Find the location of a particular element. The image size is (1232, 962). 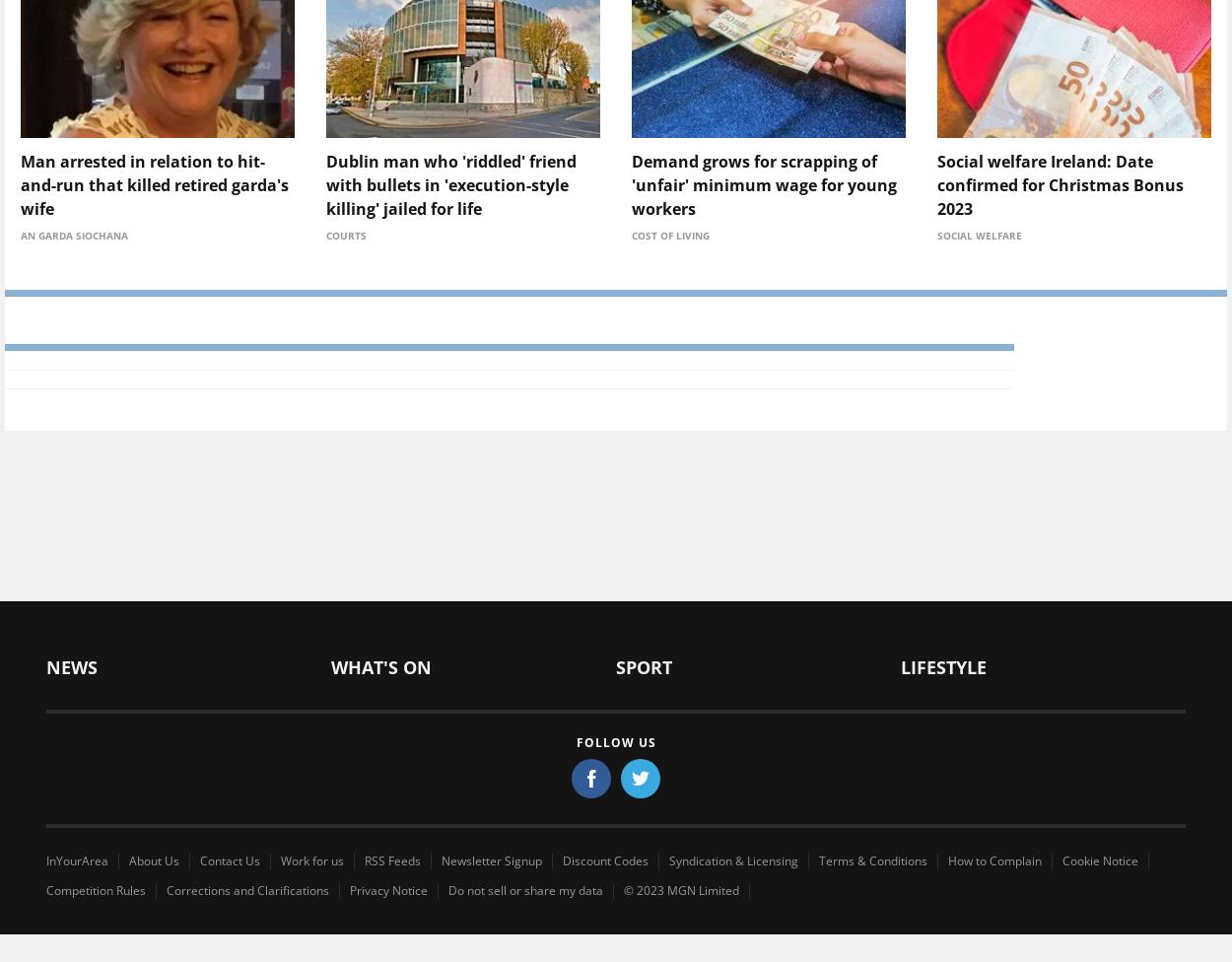

'Do not sell or share my data' is located at coordinates (525, 889).